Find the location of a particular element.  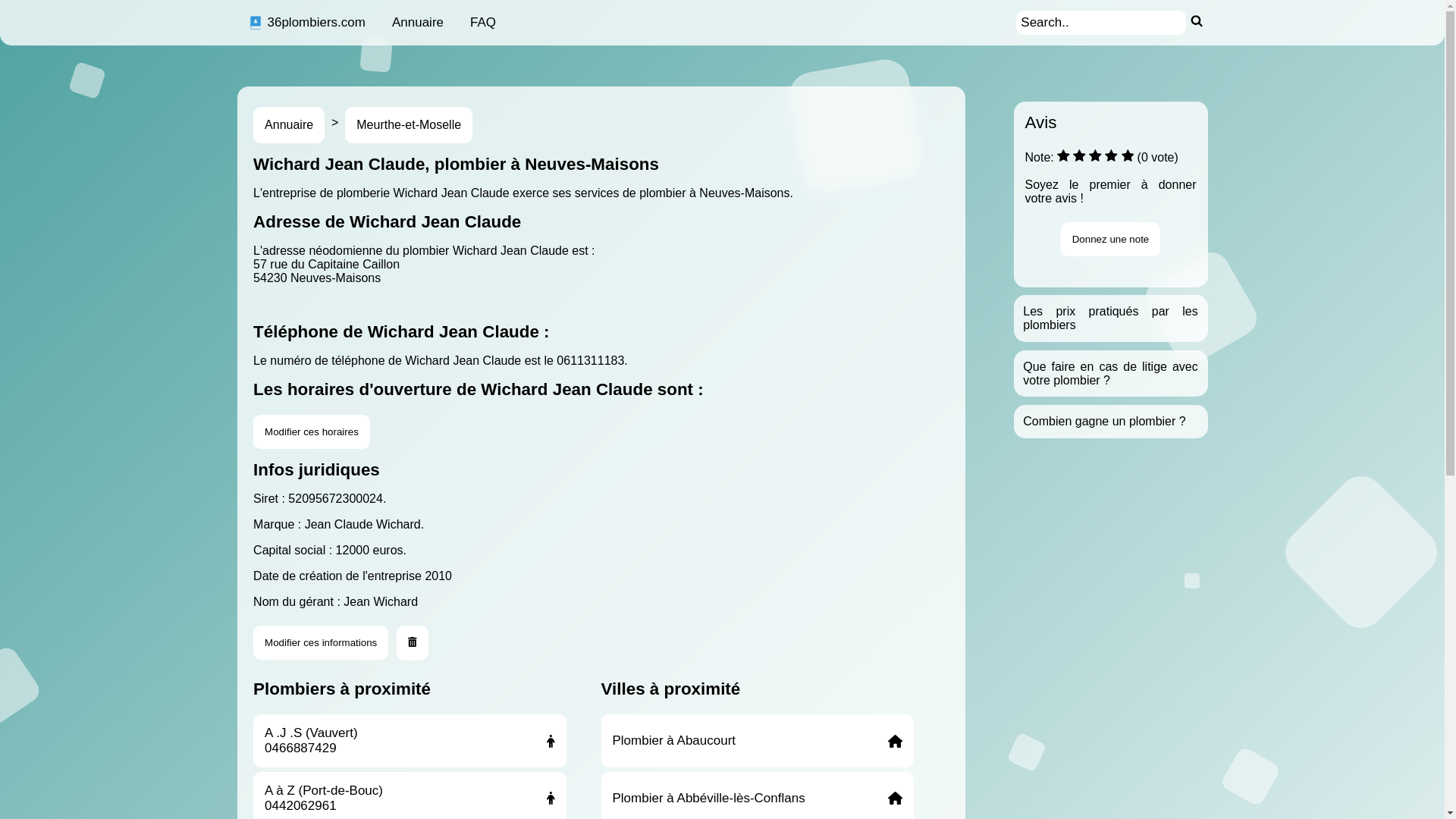

'A .J .S (Vauvert) is located at coordinates (409, 739).